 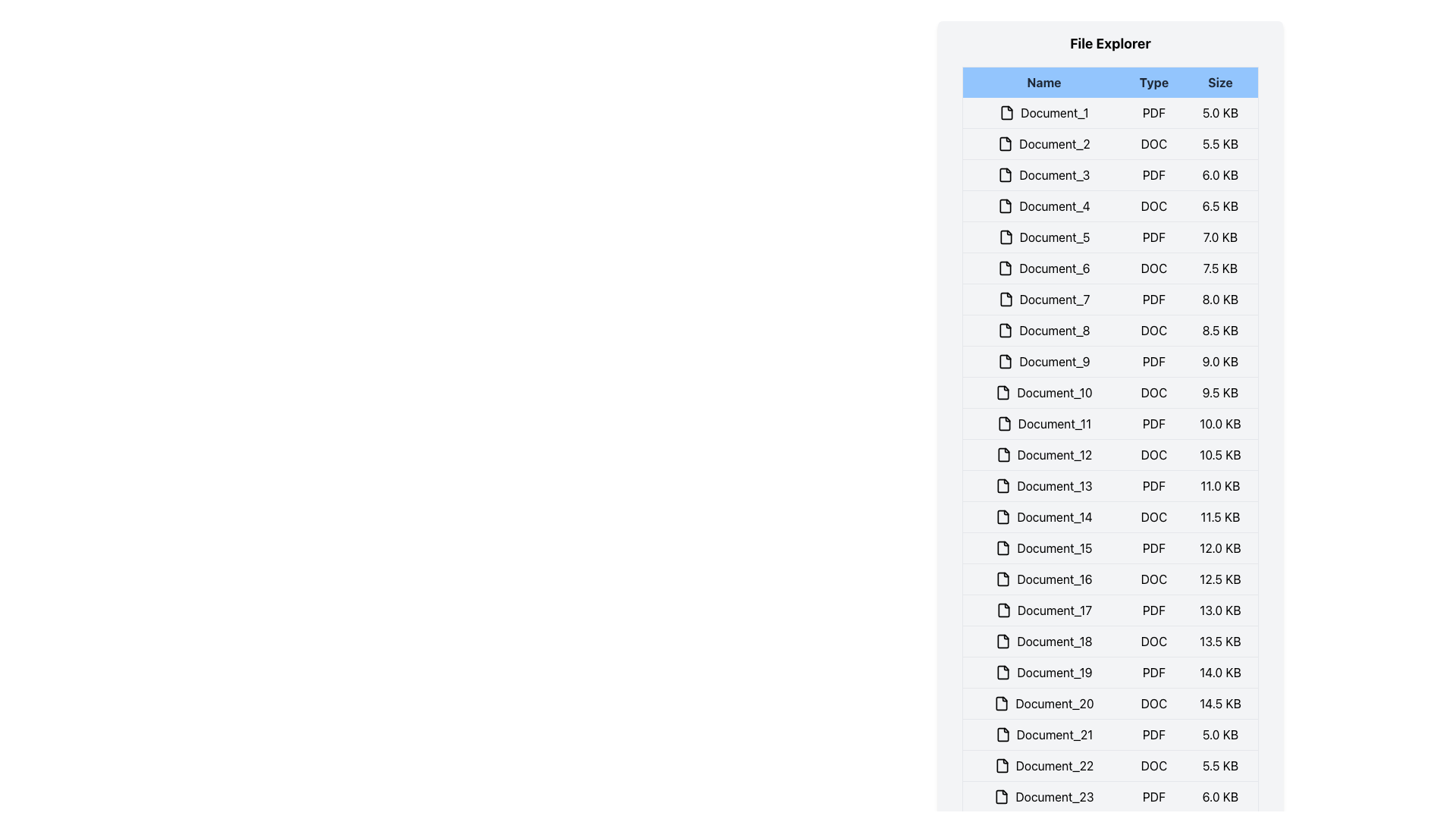 What do you see at coordinates (1002, 795) in the screenshot?
I see `the base document shape of the file icon labeled 'Document_23' in the 'File Explorer' interface` at bounding box center [1002, 795].